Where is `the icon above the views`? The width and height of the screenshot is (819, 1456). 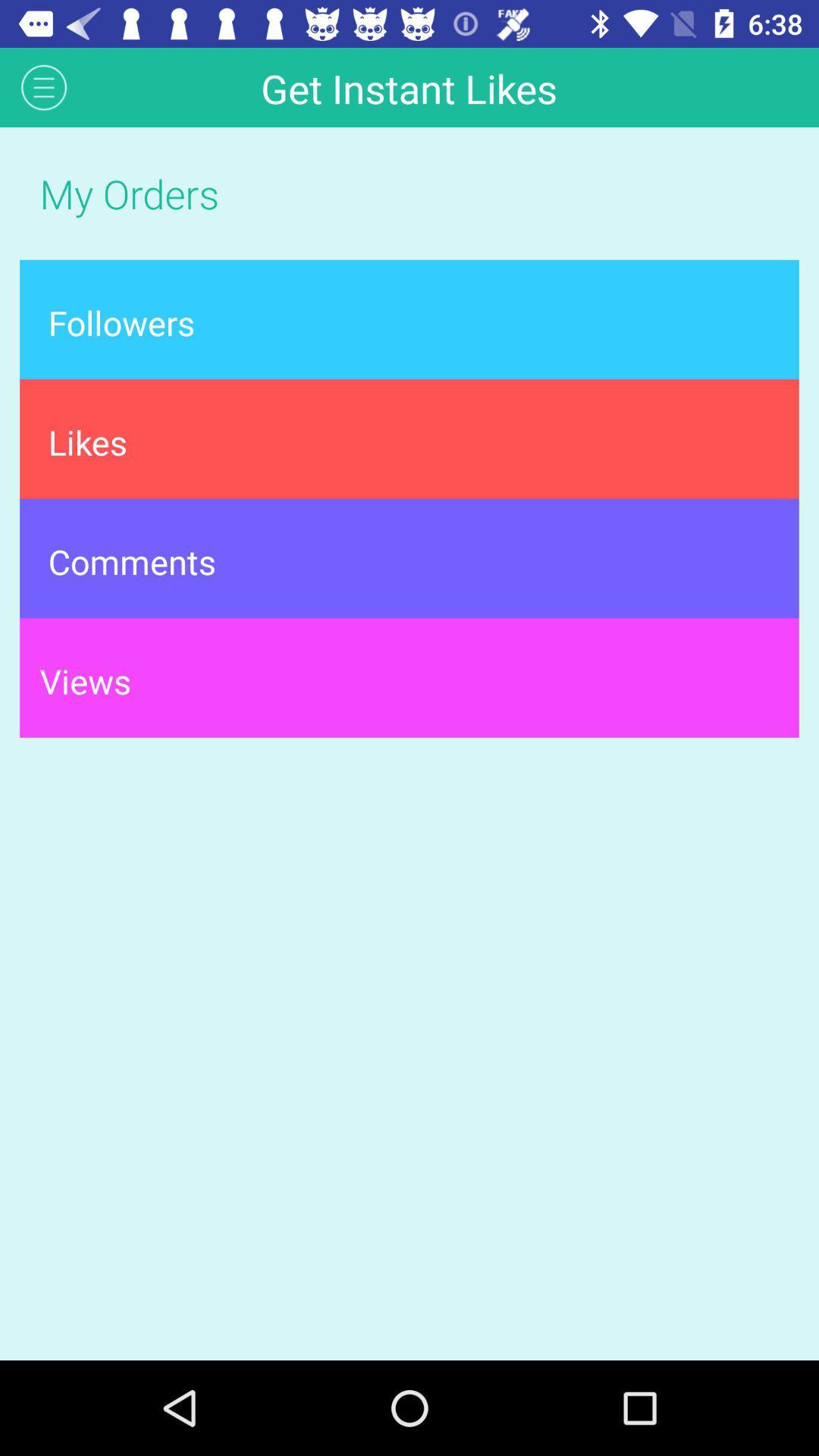 the icon above the views is located at coordinates (409, 557).